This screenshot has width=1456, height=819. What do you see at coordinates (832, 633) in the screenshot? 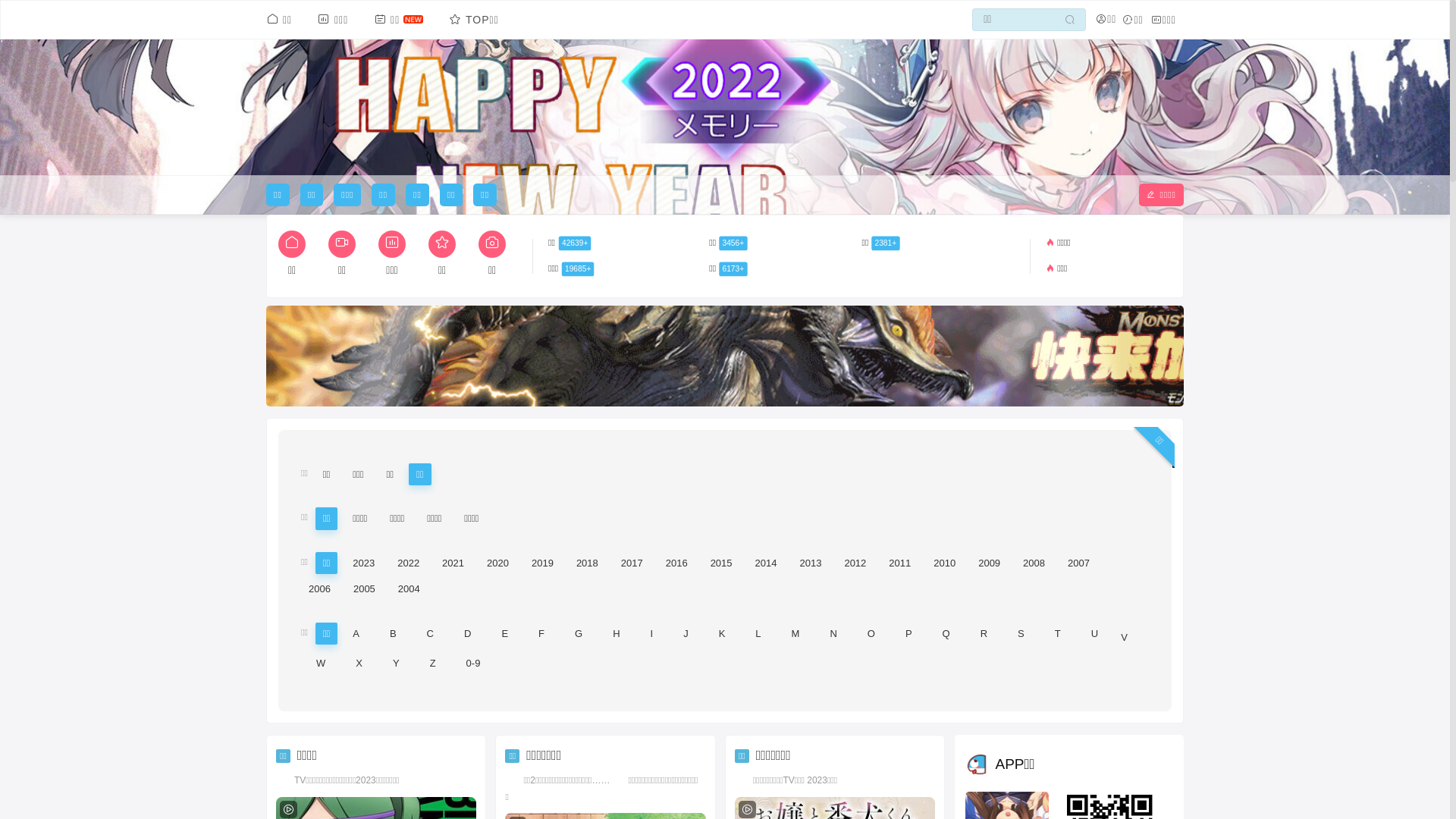
I see `'N'` at bounding box center [832, 633].